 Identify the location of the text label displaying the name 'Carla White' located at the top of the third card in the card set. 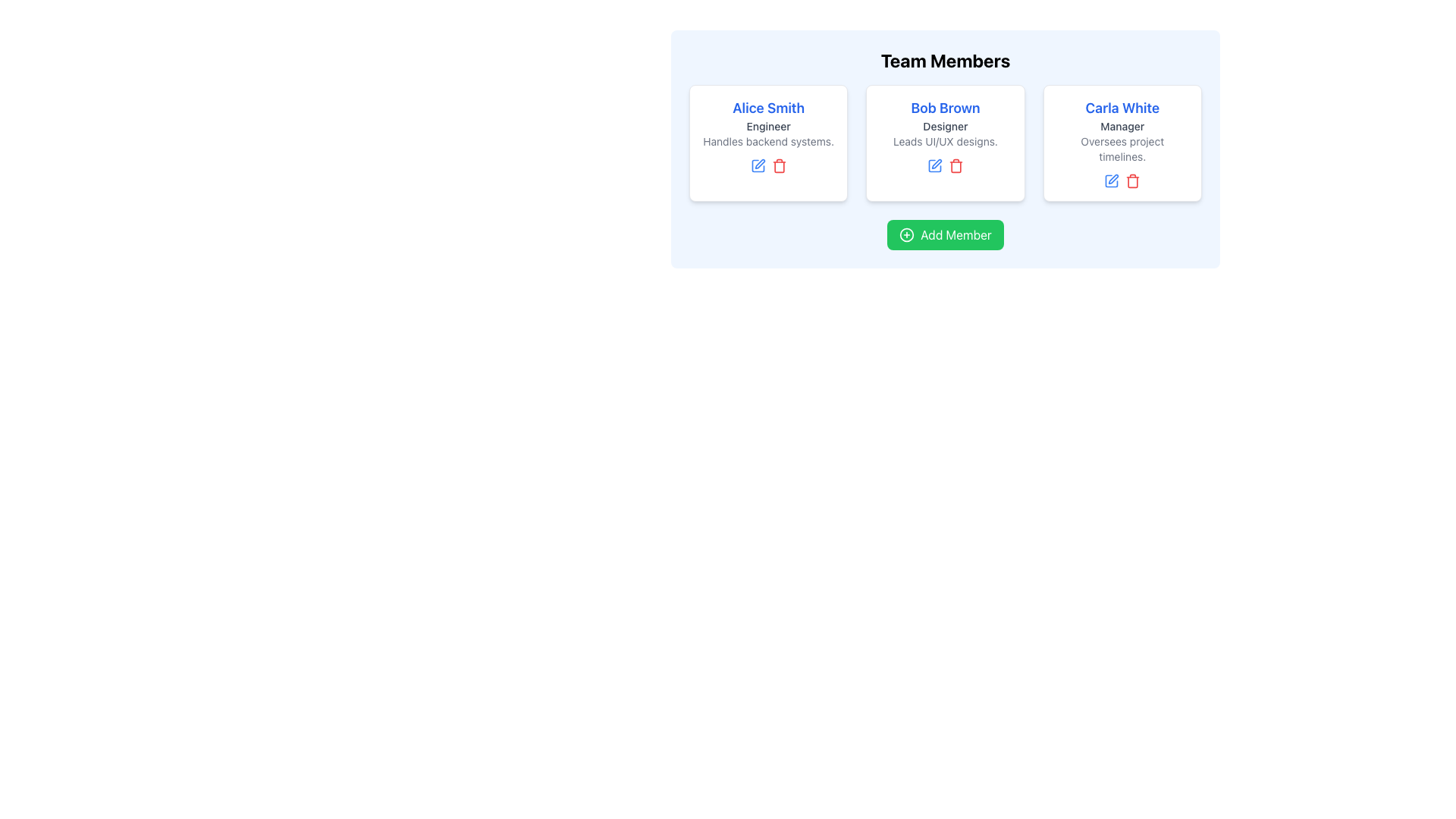
(1122, 107).